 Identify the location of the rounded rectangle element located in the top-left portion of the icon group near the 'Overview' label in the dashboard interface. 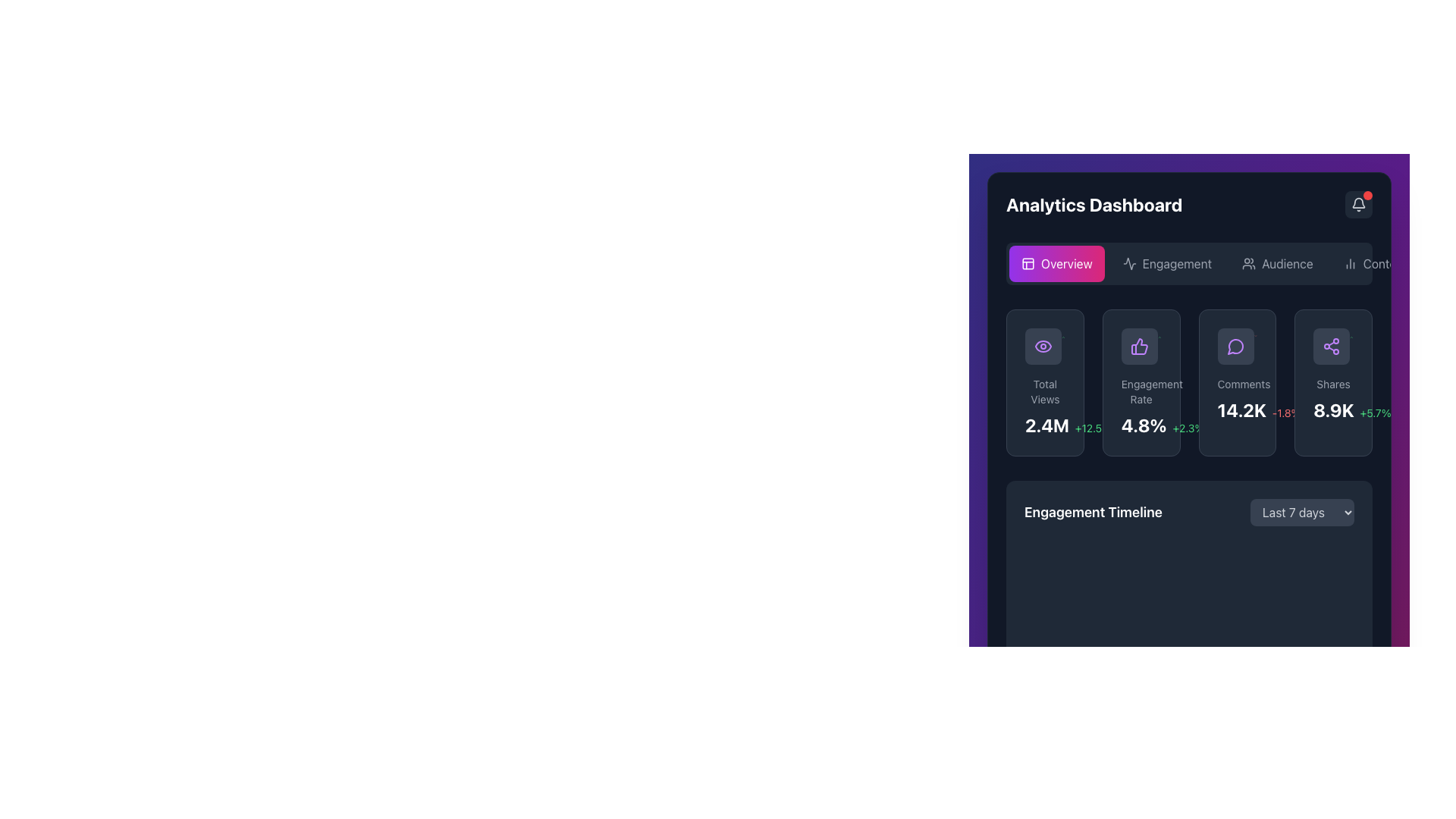
(1028, 262).